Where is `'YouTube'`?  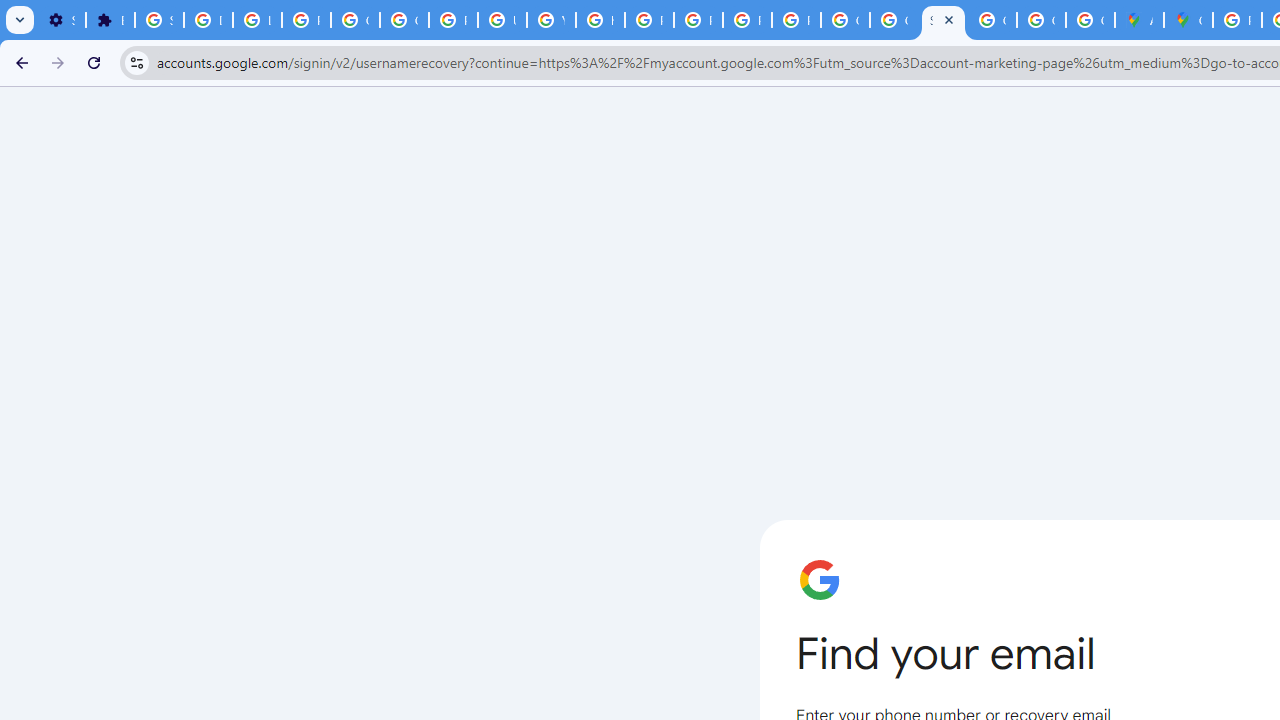
'YouTube' is located at coordinates (551, 20).